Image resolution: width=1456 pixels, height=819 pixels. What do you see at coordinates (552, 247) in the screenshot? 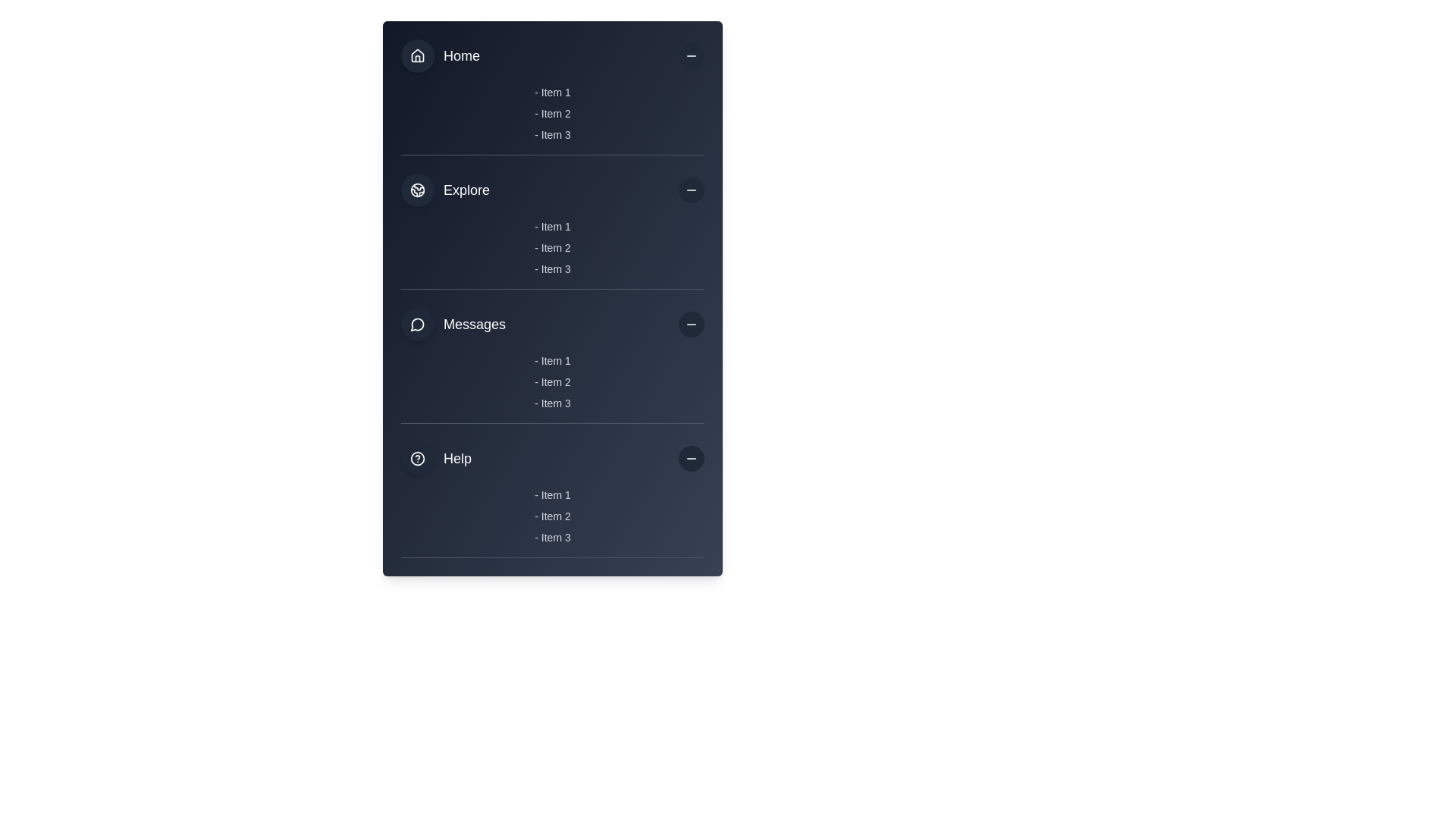
I see `the second Text Label item in the 'Explore' section, which represents an option or reference point and is positioned centrally beneath the 'Explore' section title` at bounding box center [552, 247].